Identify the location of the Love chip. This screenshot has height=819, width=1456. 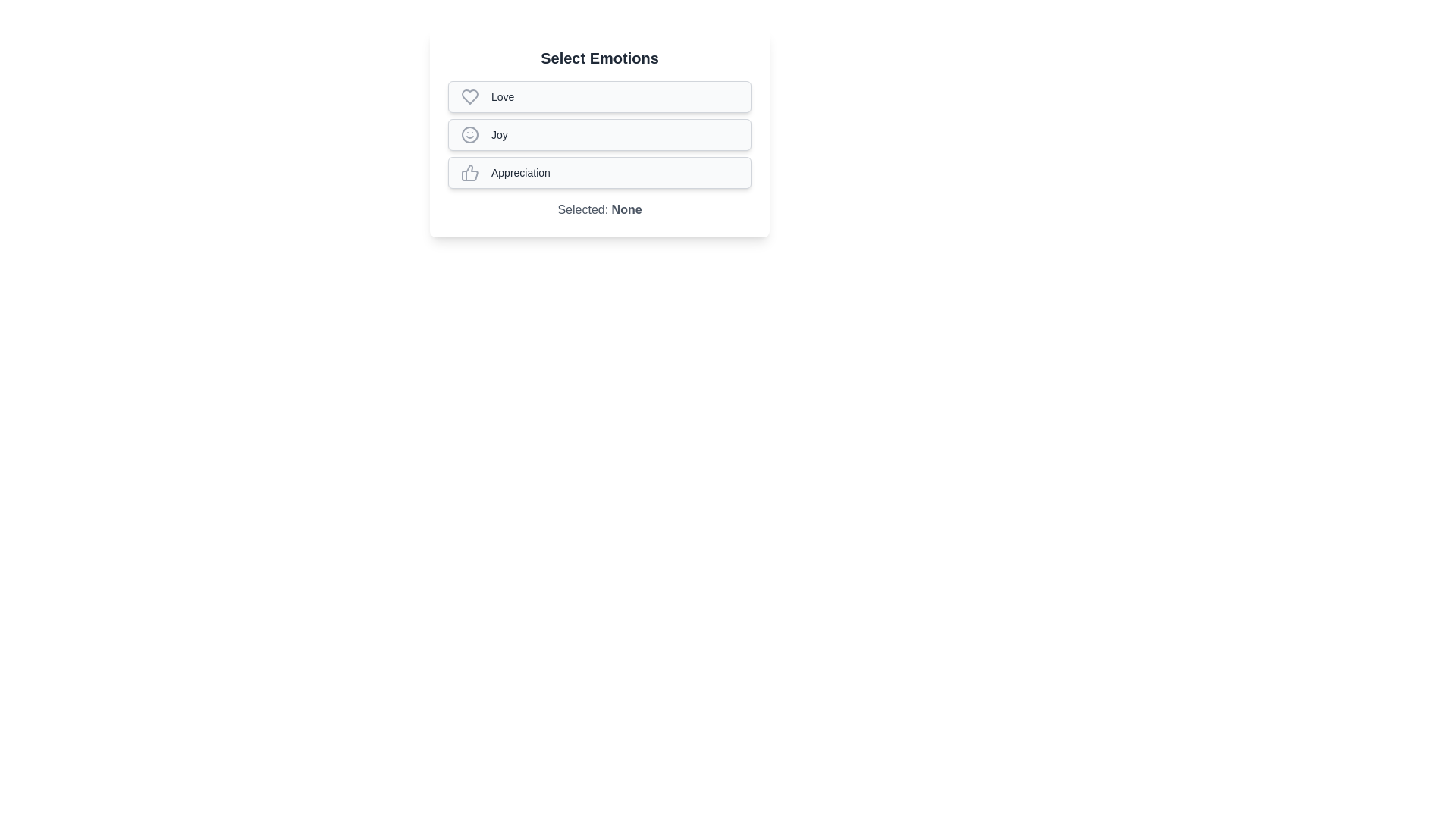
(599, 96).